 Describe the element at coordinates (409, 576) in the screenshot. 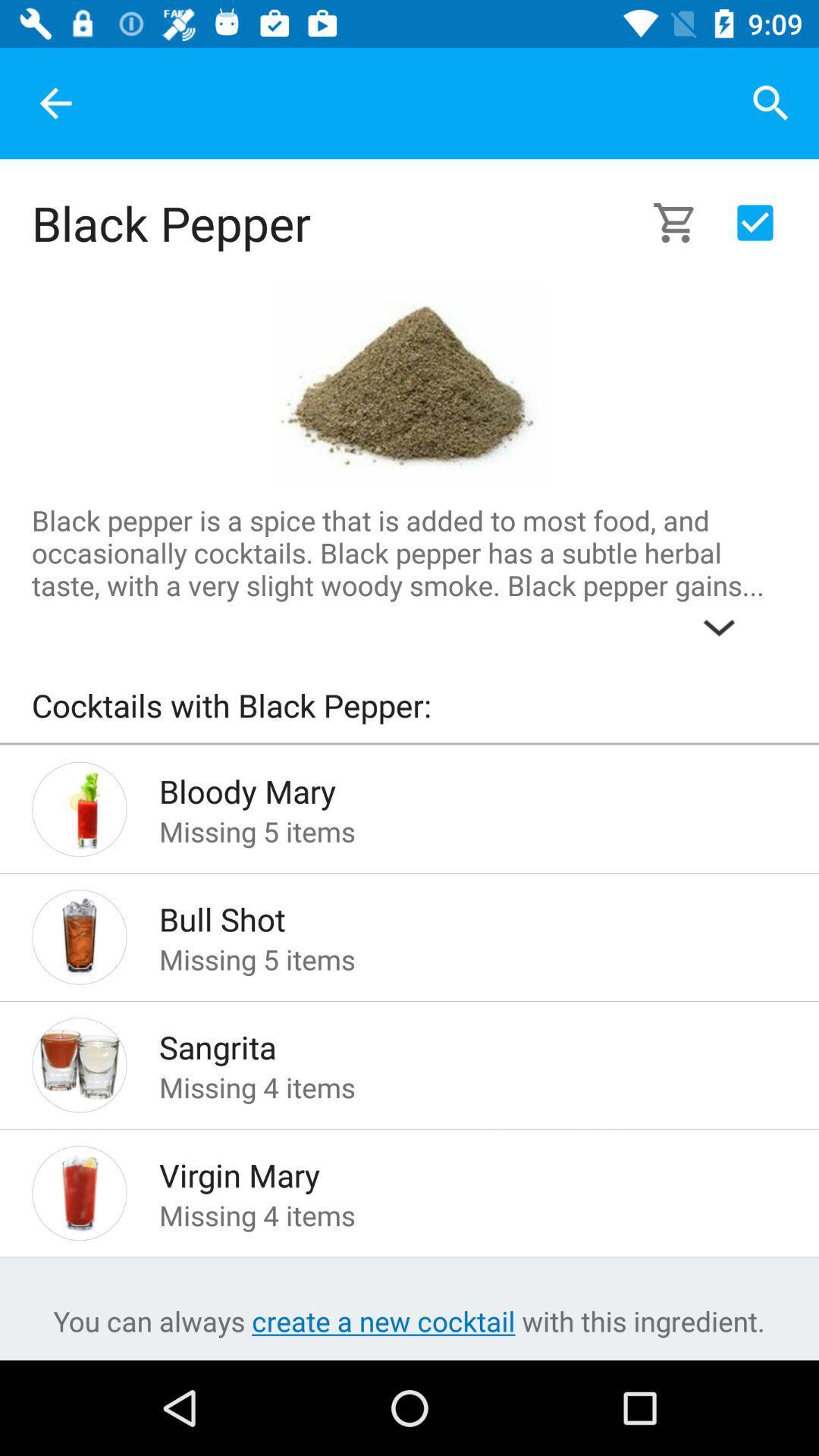

I see `text below the black pepper image` at that location.